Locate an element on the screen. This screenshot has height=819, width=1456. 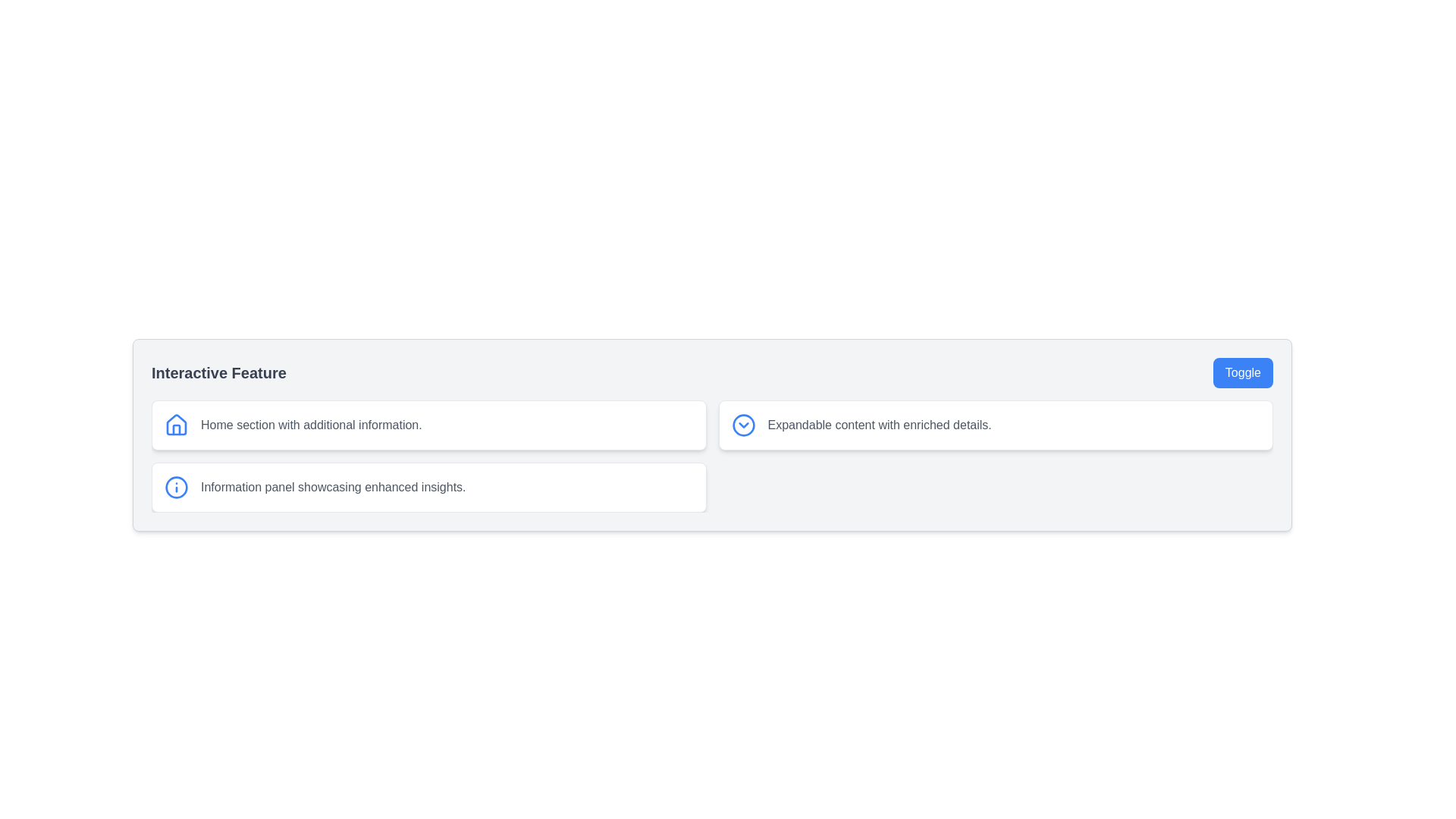
the descriptive text element that serves as a header for the expandable section located in the middle-right area of the interface is located at coordinates (880, 425).